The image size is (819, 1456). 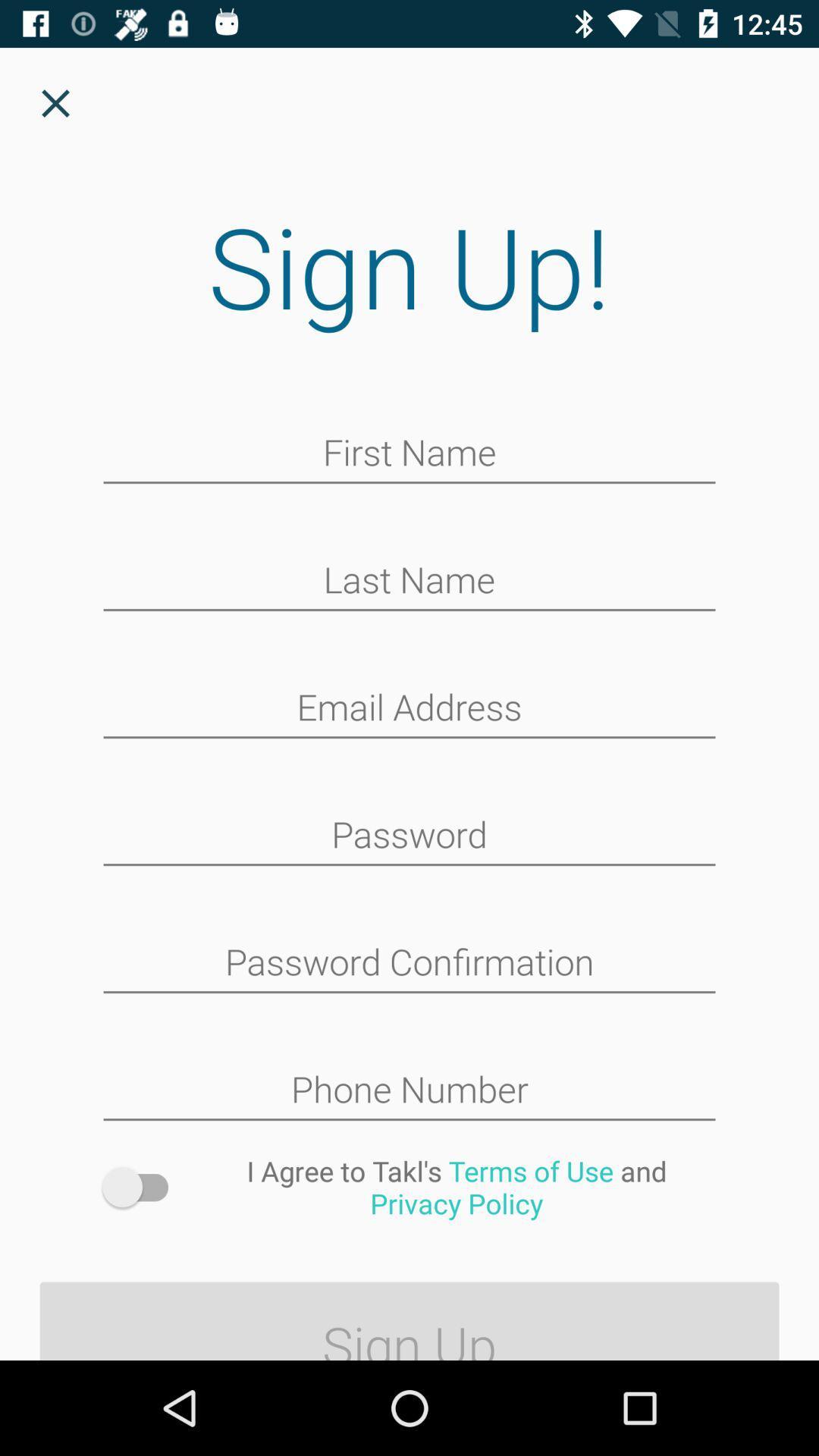 What do you see at coordinates (409, 708) in the screenshot?
I see `your email address` at bounding box center [409, 708].